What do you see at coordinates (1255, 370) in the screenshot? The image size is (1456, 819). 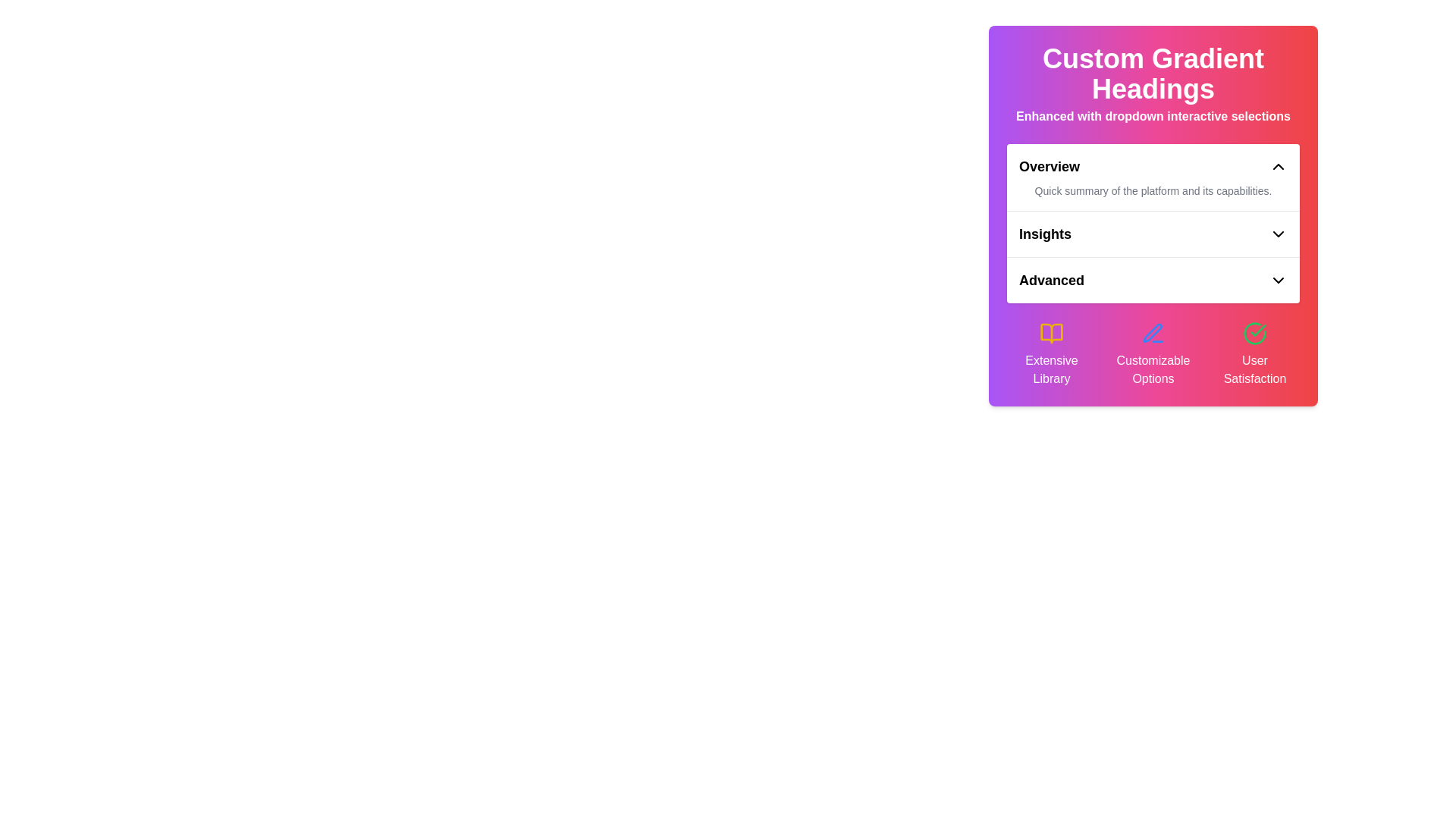 I see `the 'User Satisfaction' text label located in the bottom-right section of the gradient panel, which is the fourth item in a horizontally-aligned list of options` at bounding box center [1255, 370].